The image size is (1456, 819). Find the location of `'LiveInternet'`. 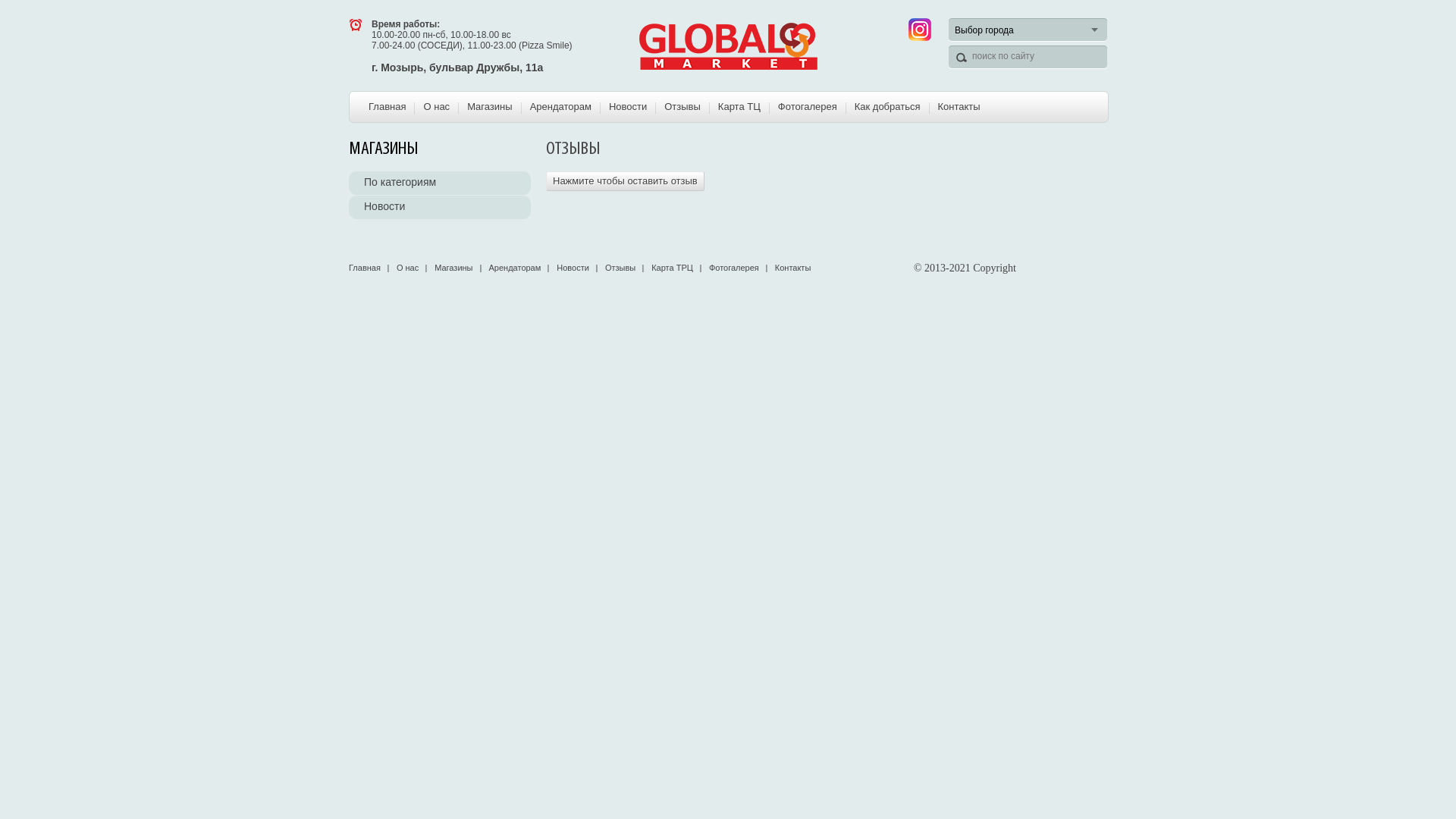

'LiveInternet' is located at coordinates (1095, 267).